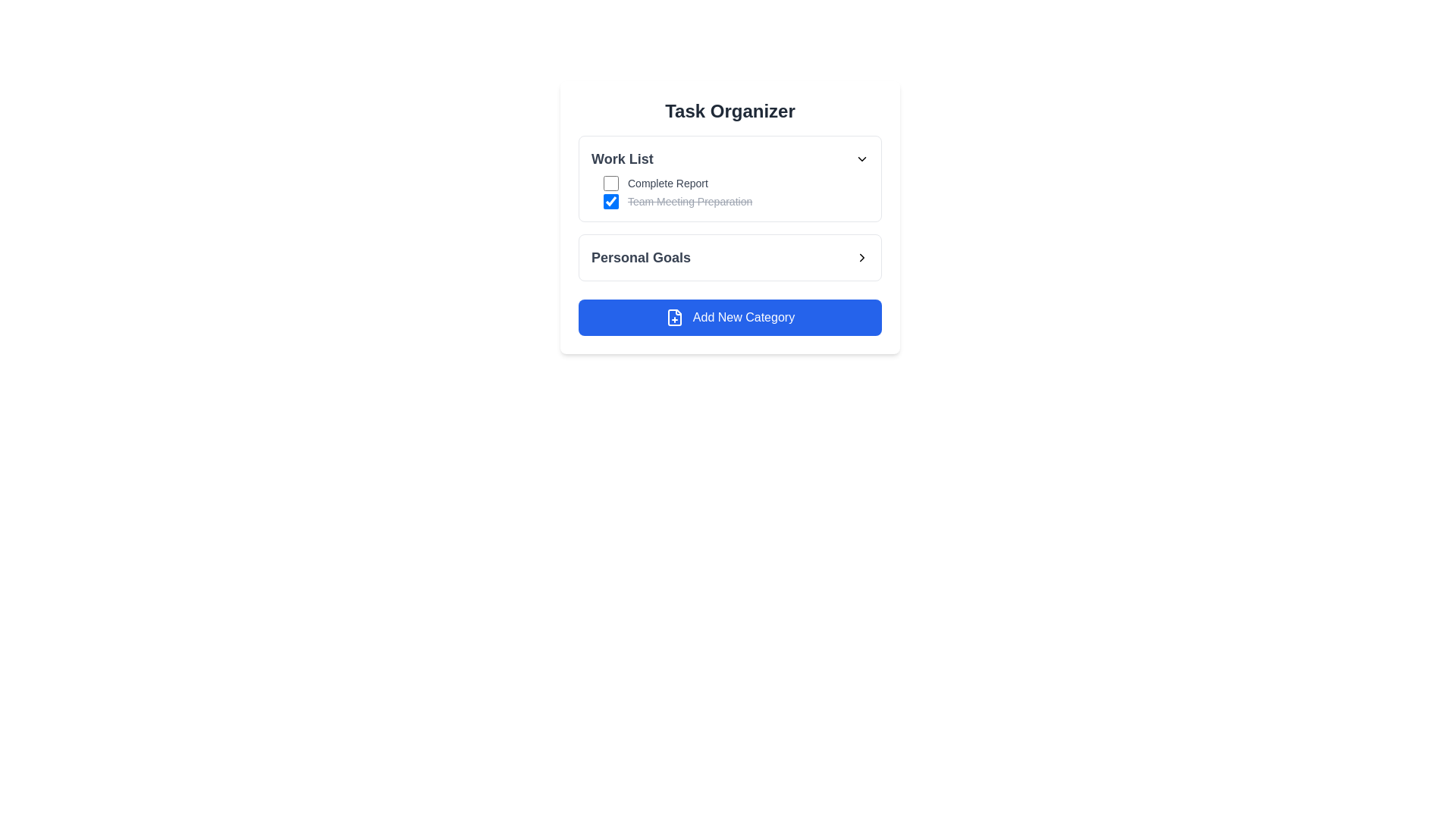 This screenshot has width=1456, height=819. I want to click on the checkbox, so click(611, 183).